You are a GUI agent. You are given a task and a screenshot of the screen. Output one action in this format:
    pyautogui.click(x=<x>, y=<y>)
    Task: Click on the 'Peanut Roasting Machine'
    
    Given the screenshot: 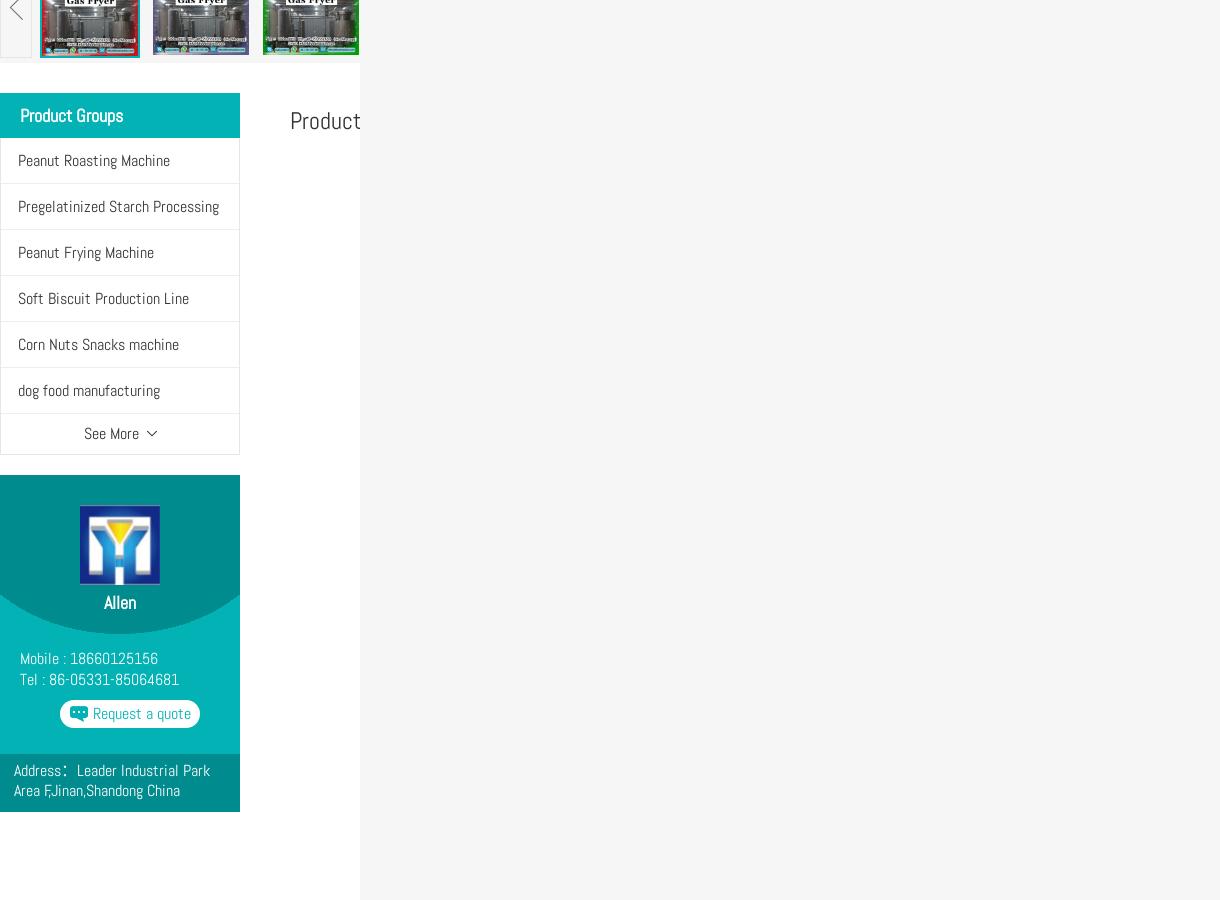 What is the action you would take?
    pyautogui.click(x=18, y=160)
    